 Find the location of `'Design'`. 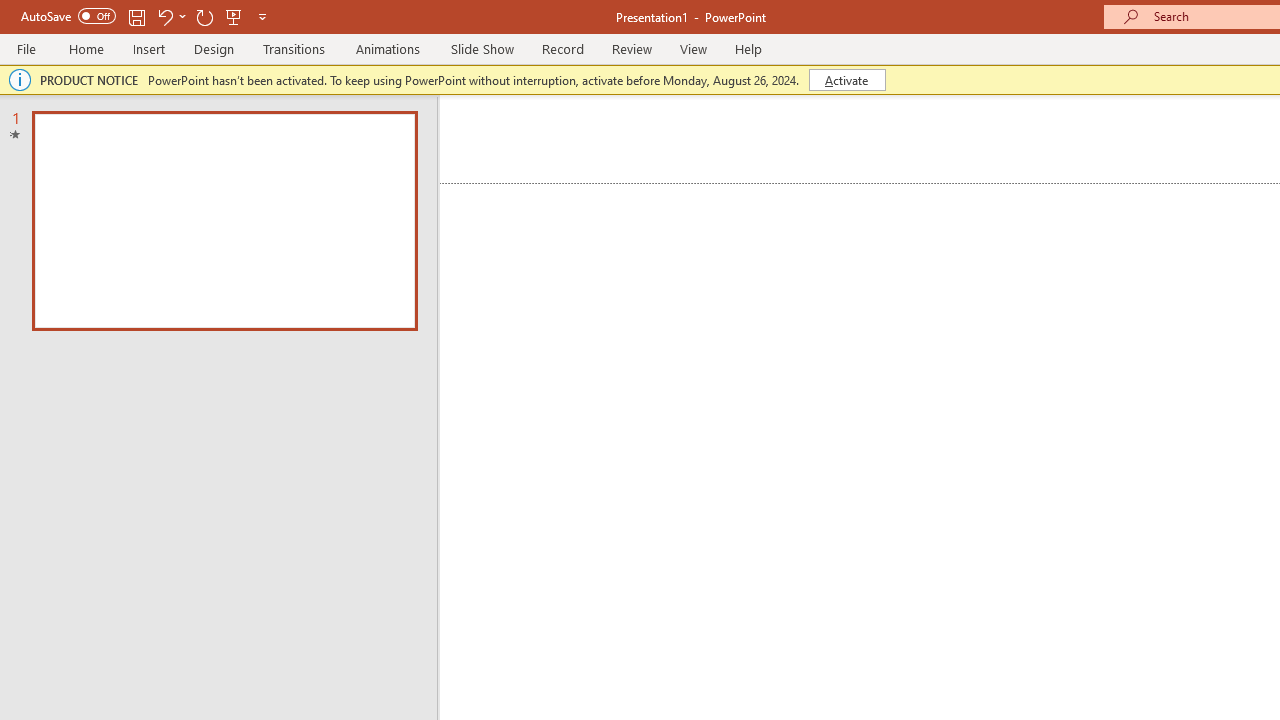

'Design' is located at coordinates (214, 48).